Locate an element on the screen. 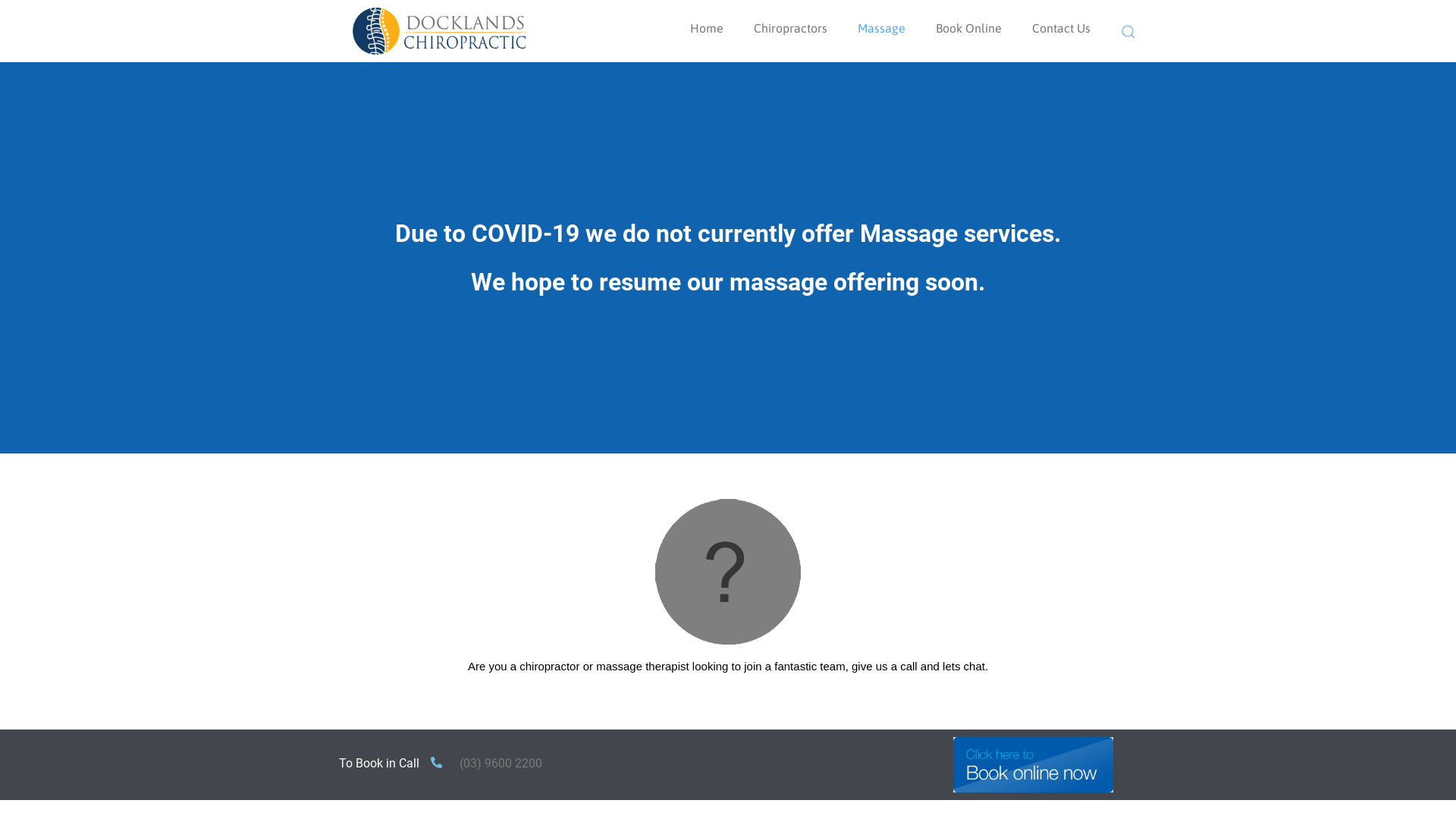 The image size is (1456, 819). 'Massage' is located at coordinates (881, 28).